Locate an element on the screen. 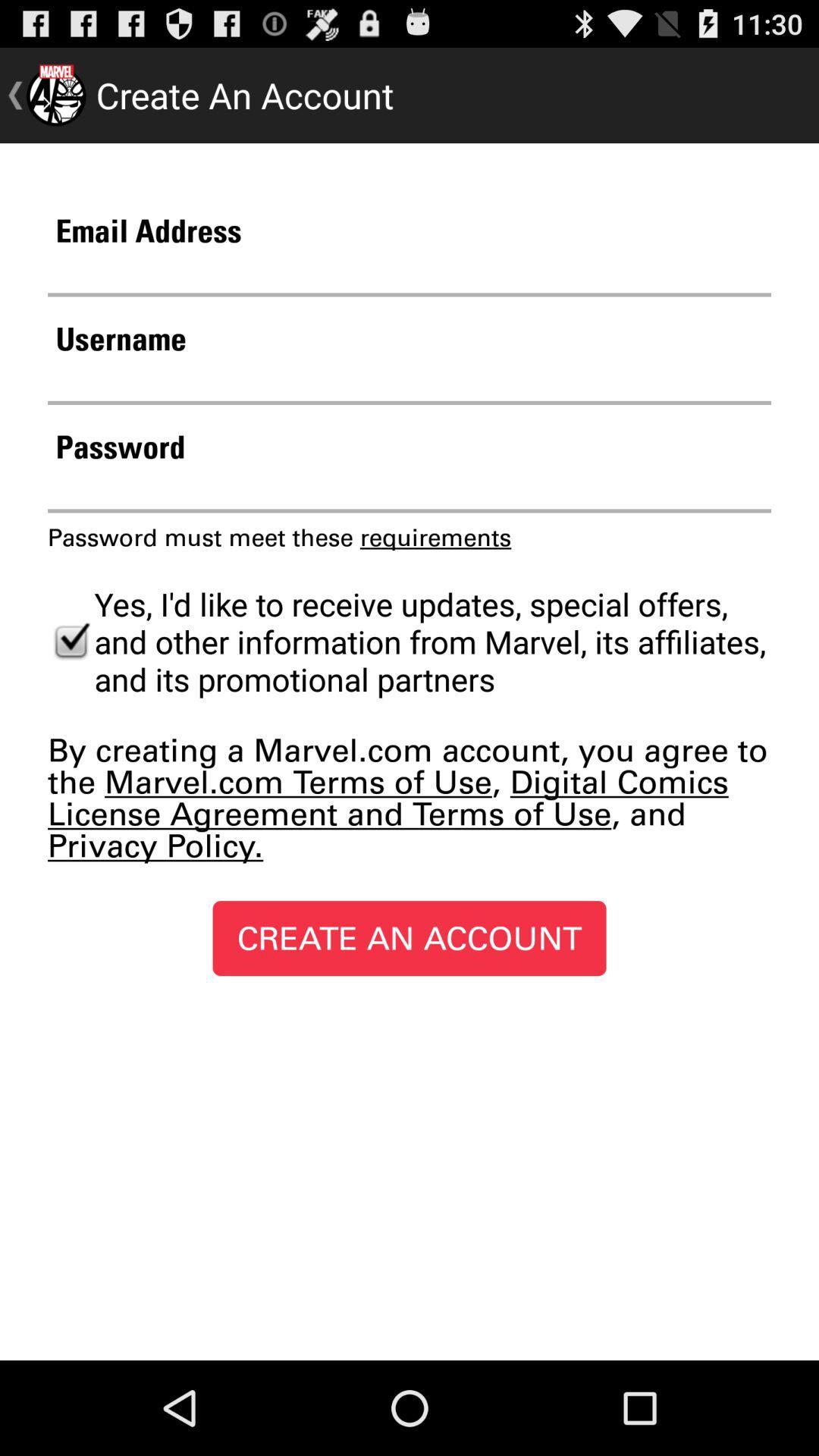 This screenshot has width=819, height=1456. the check box with its text is located at coordinates (409, 641).